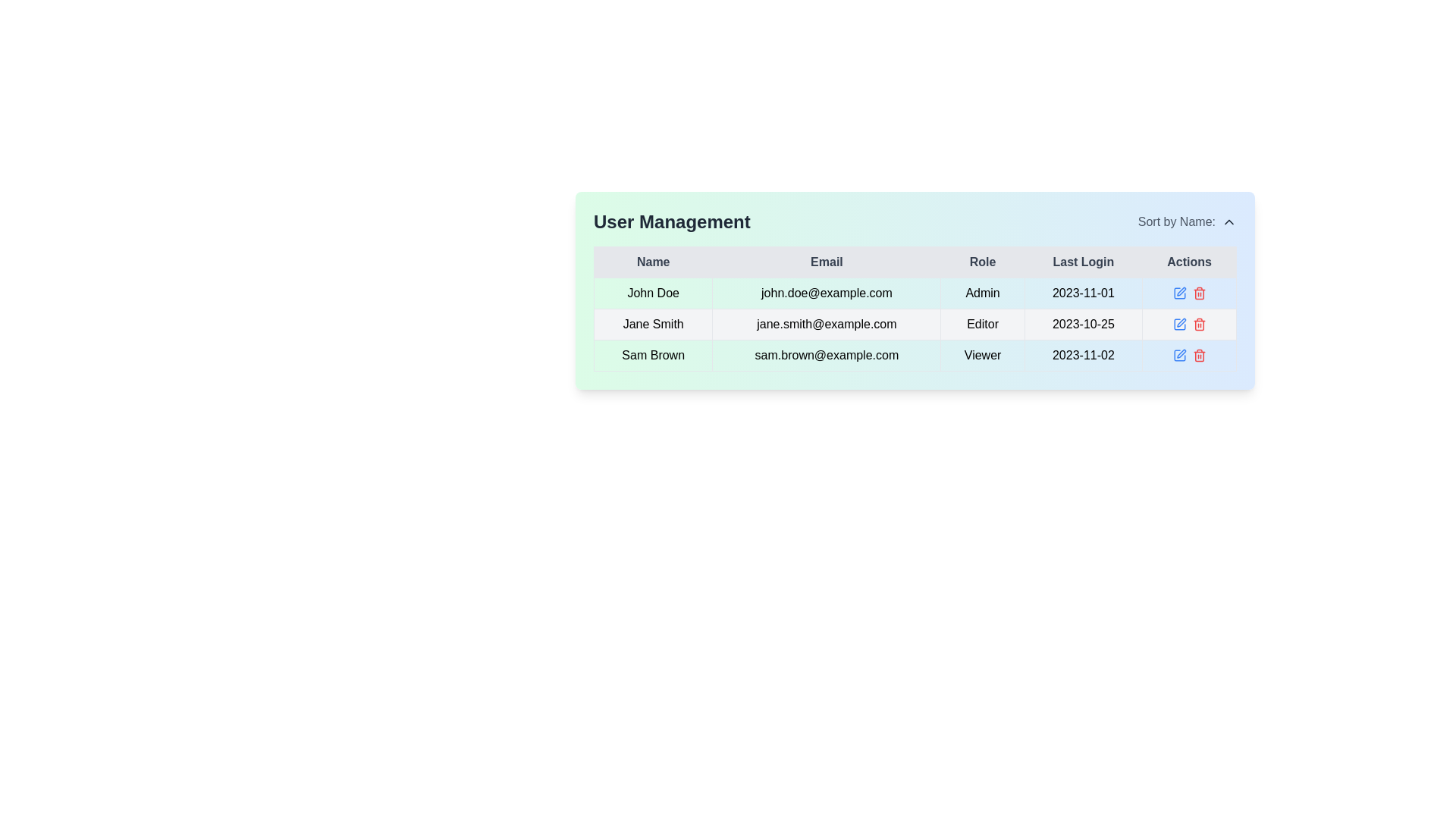  Describe the element at coordinates (1082, 356) in the screenshot. I see `the text display that shows the last login date for user 'Sam Brown', located in the fourth column of the last row of the 'User Management' table, adjacent to the 'Role' column displaying 'Viewer'` at that location.